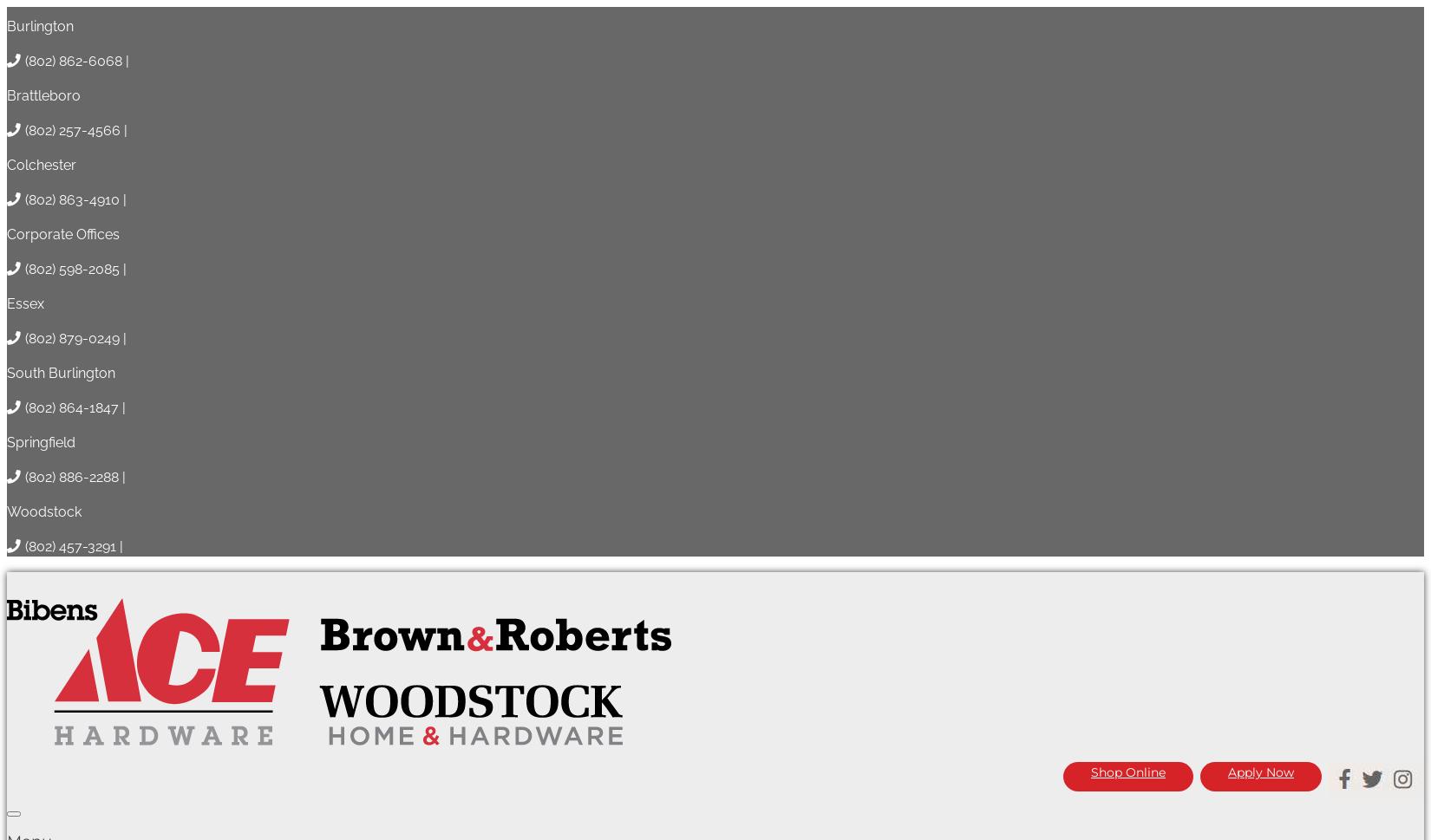  Describe the element at coordinates (699, 720) in the screenshot. I see `'– Mrs. Meyer’s Clean Day Geranium Products are one of a kind. Oh so pleasing to the eyes on bright summer days, geraniums are said to uplift and soothe the mind with their refreshing floral scent. Mrs. Meyer’s Clean Day GERANIUM PRODUCTS give you peace of mind while you clean, and as always, are biodegradable and environmentally friendly.'` at that location.